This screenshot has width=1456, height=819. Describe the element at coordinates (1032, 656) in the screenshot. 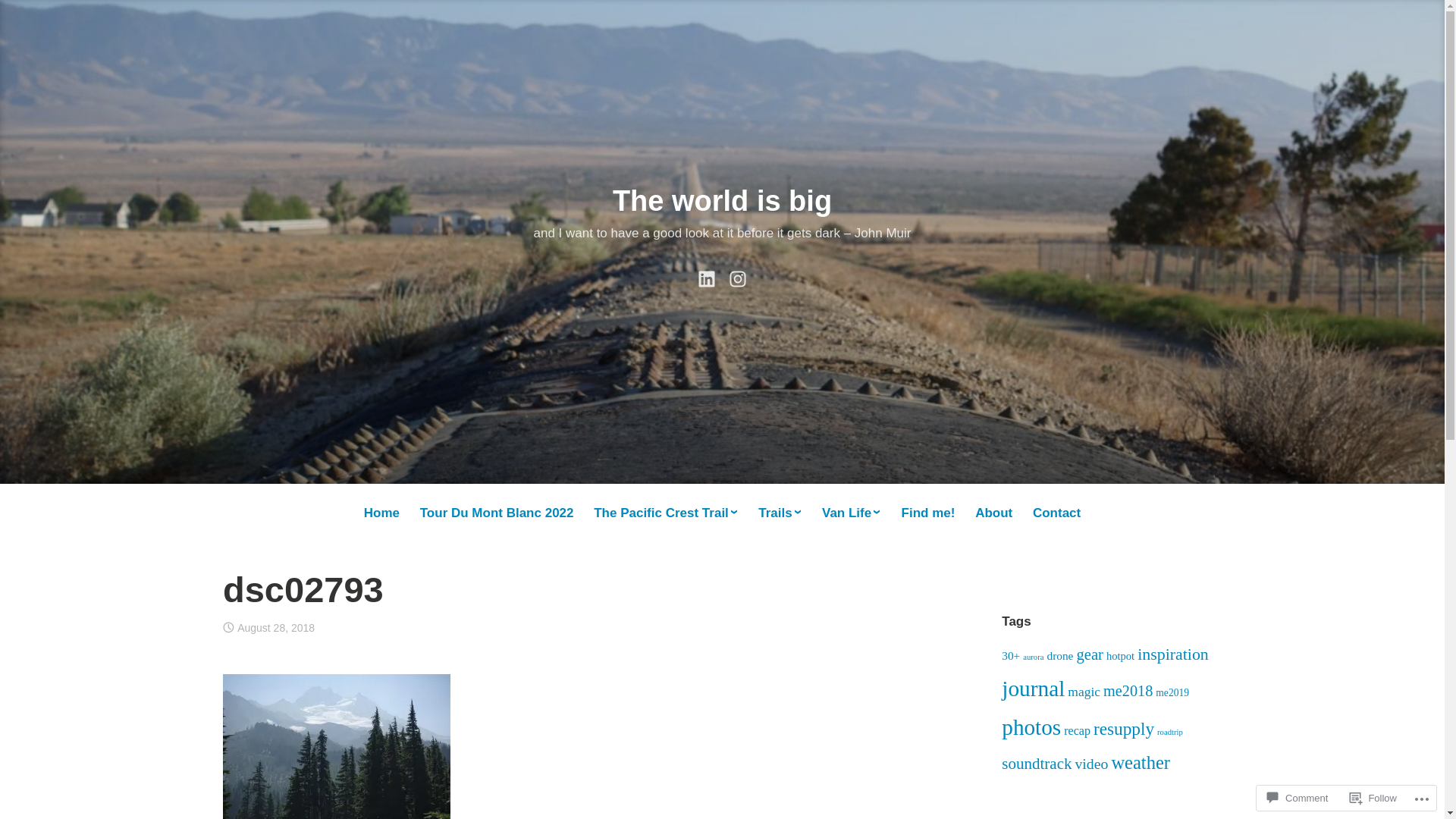

I see `'aurora'` at that location.